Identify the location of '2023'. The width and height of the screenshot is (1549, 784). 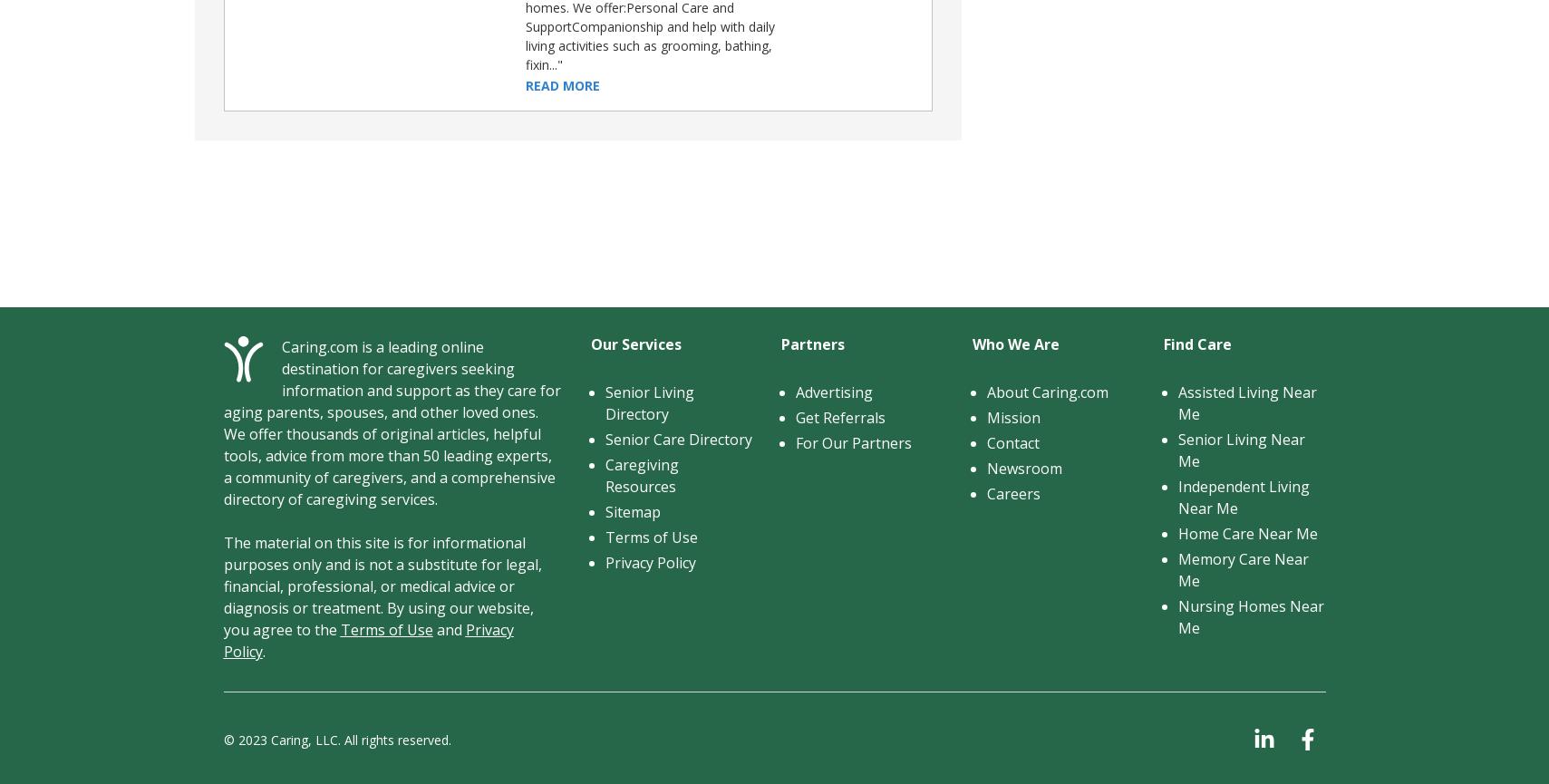
(251, 738).